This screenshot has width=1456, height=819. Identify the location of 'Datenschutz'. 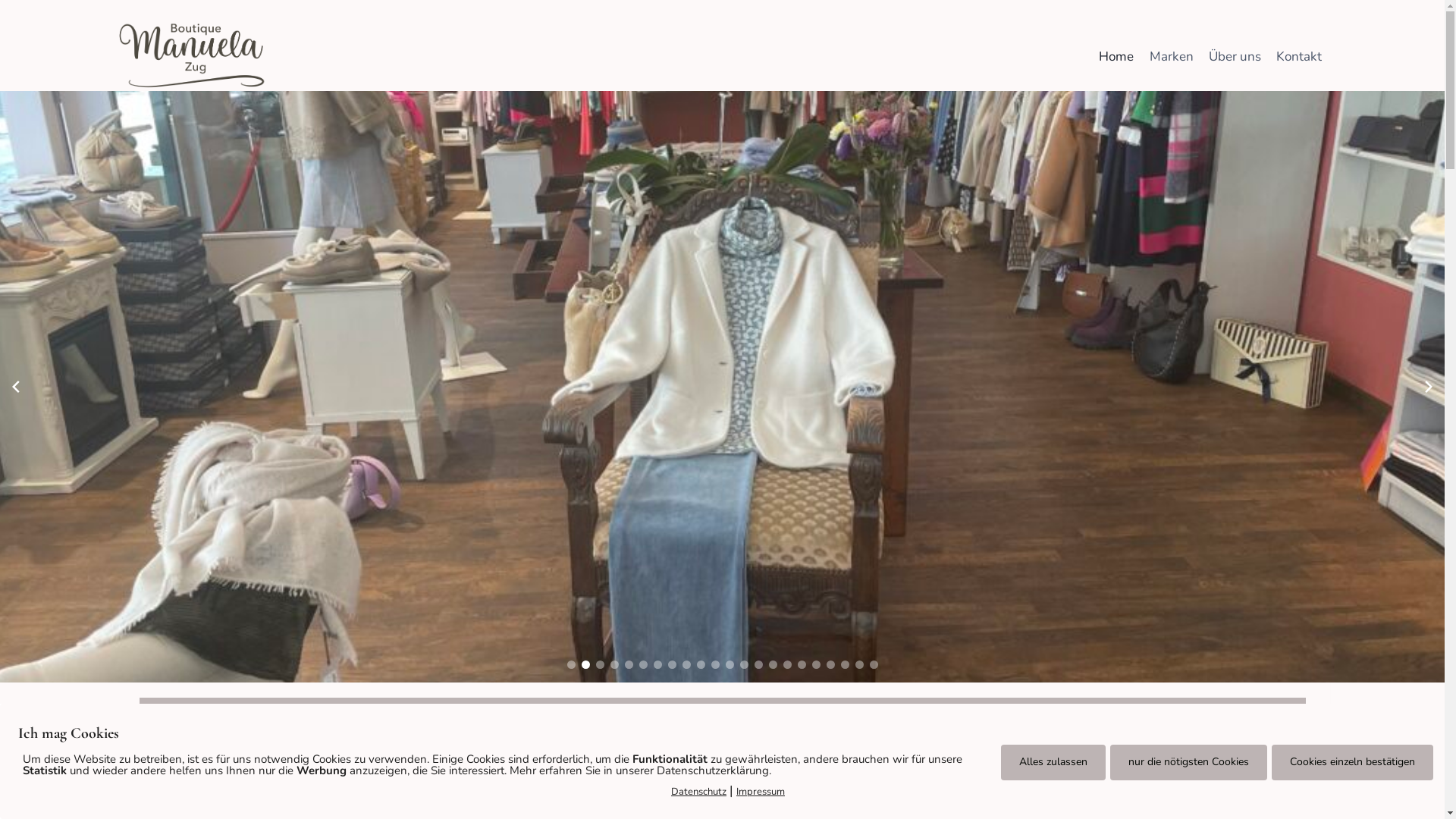
(698, 791).